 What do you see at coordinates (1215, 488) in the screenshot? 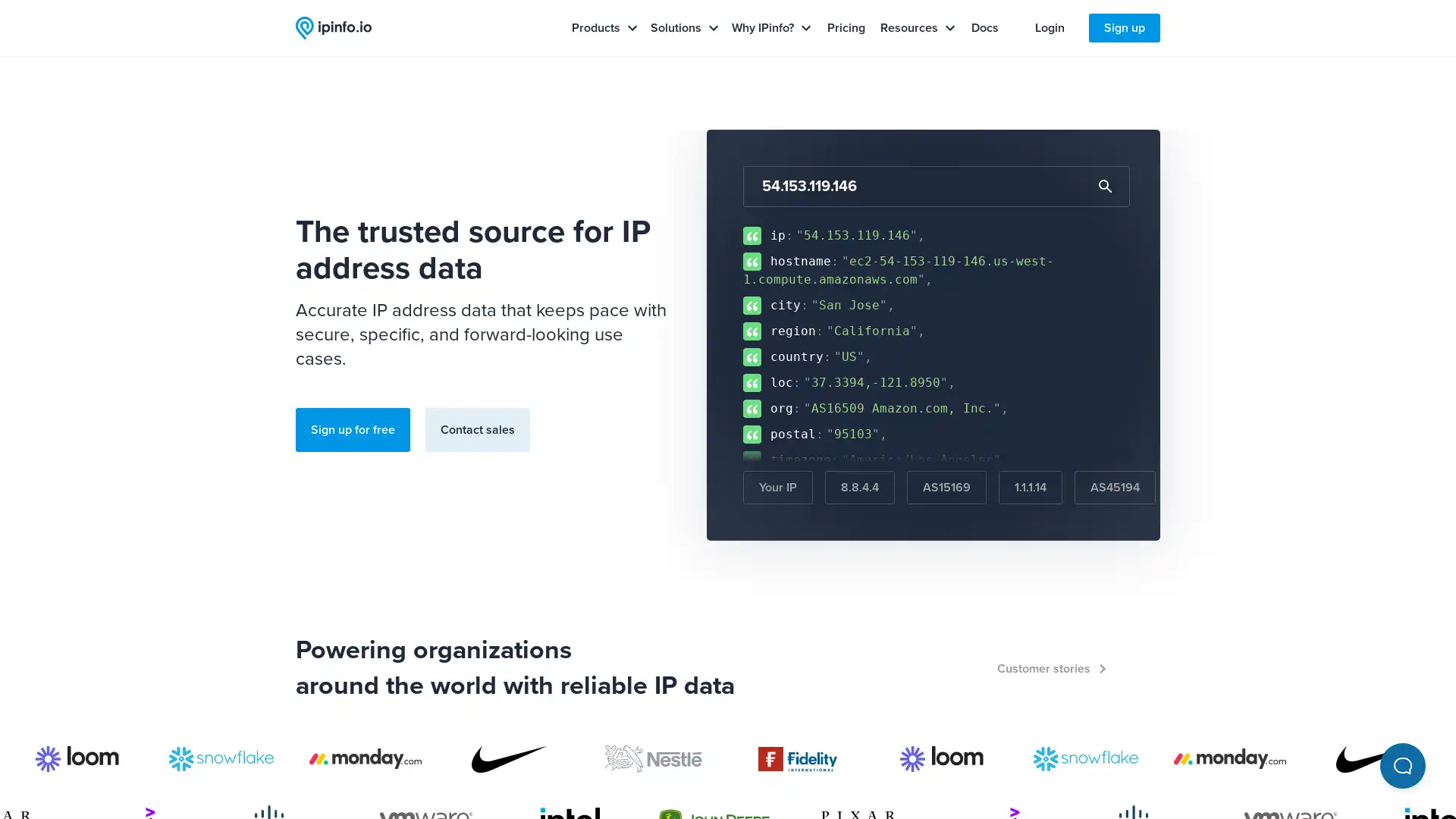
I see `68.87.41.40` at bounding box center [1215, 488].